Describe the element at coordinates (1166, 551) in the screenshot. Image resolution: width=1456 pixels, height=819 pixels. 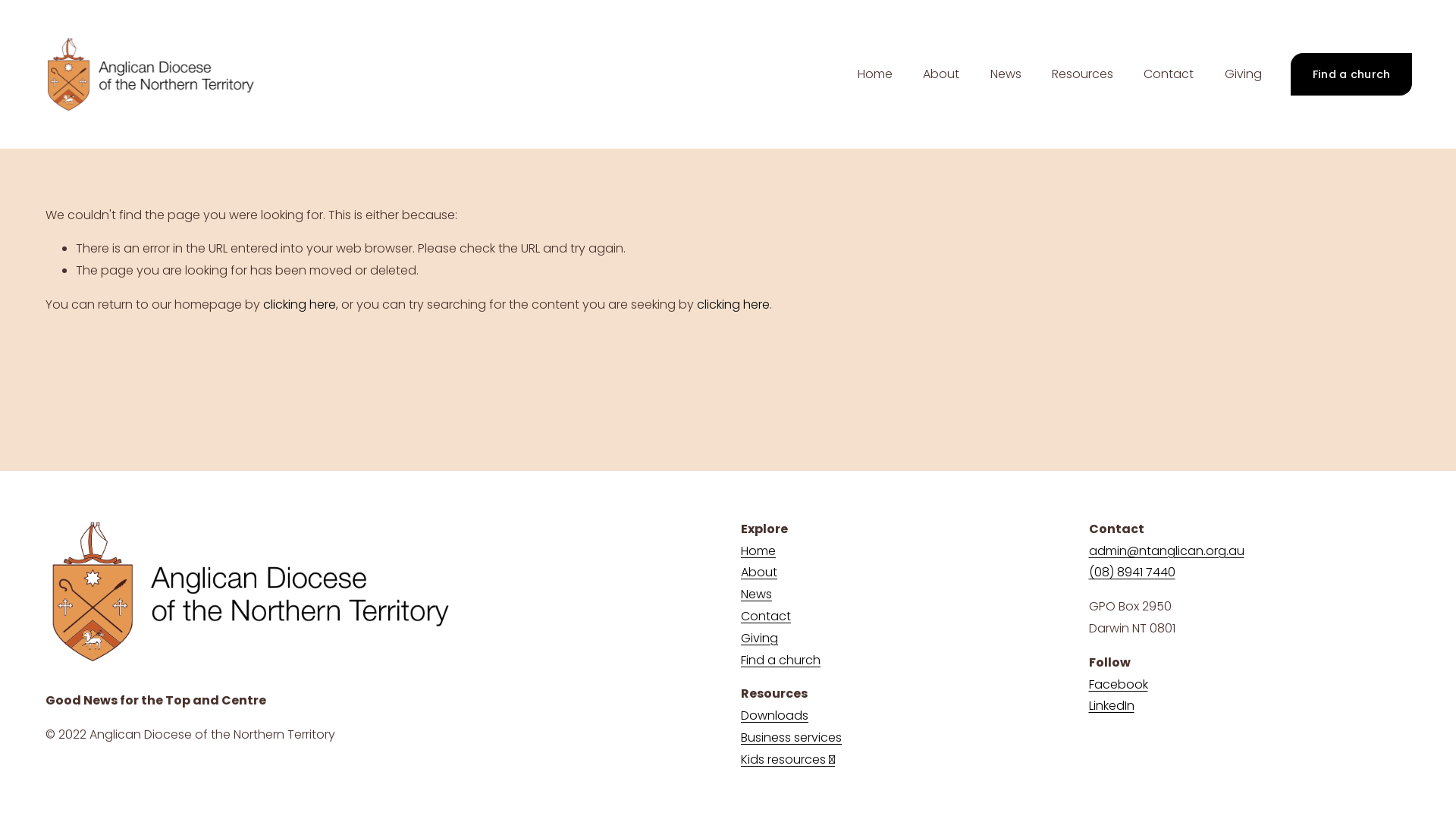
I see `'admin@ntanglican.org.au'` at that location.